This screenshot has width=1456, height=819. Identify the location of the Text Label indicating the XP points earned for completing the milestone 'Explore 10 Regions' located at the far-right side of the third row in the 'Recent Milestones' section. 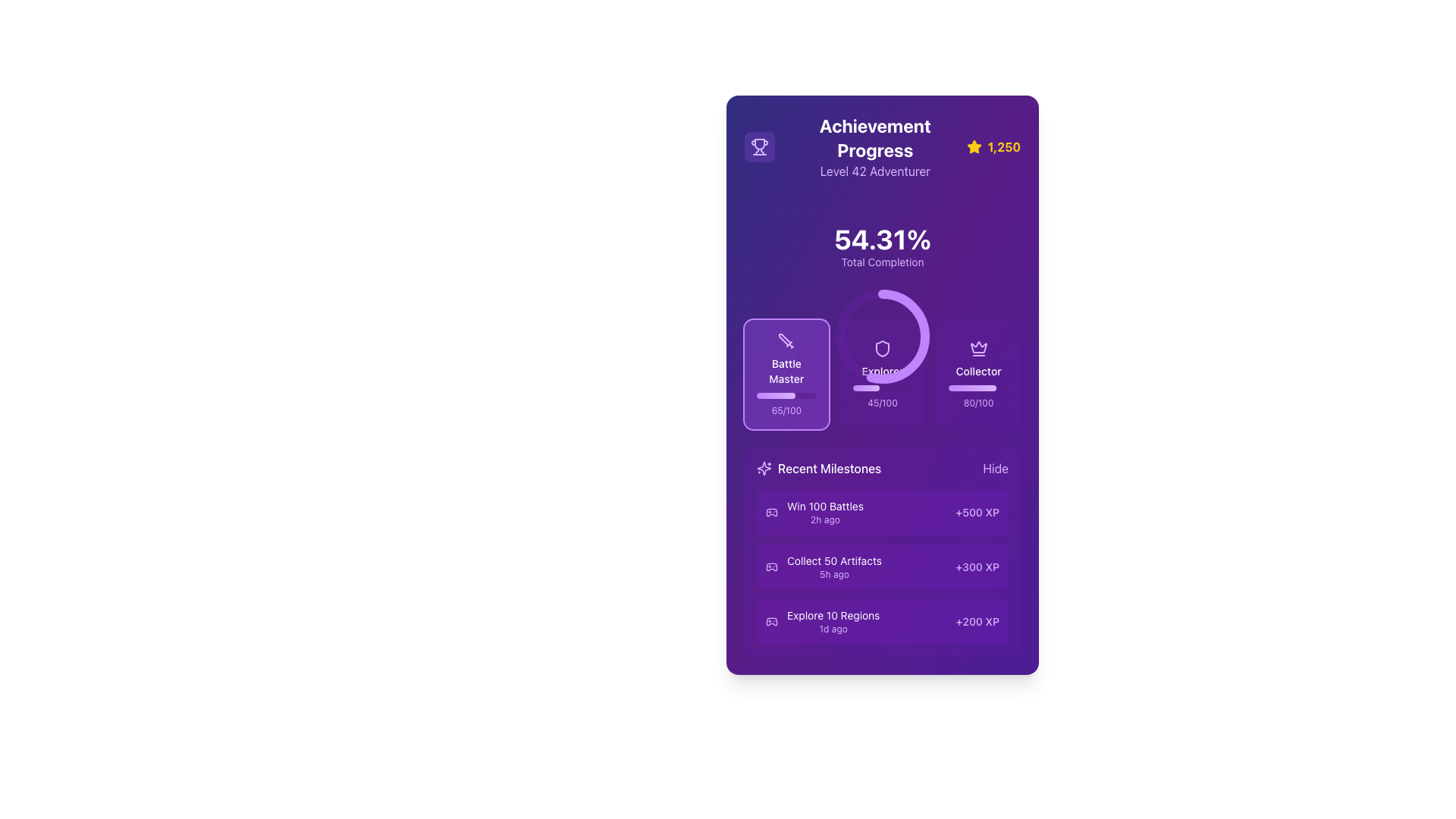
(977, 622).